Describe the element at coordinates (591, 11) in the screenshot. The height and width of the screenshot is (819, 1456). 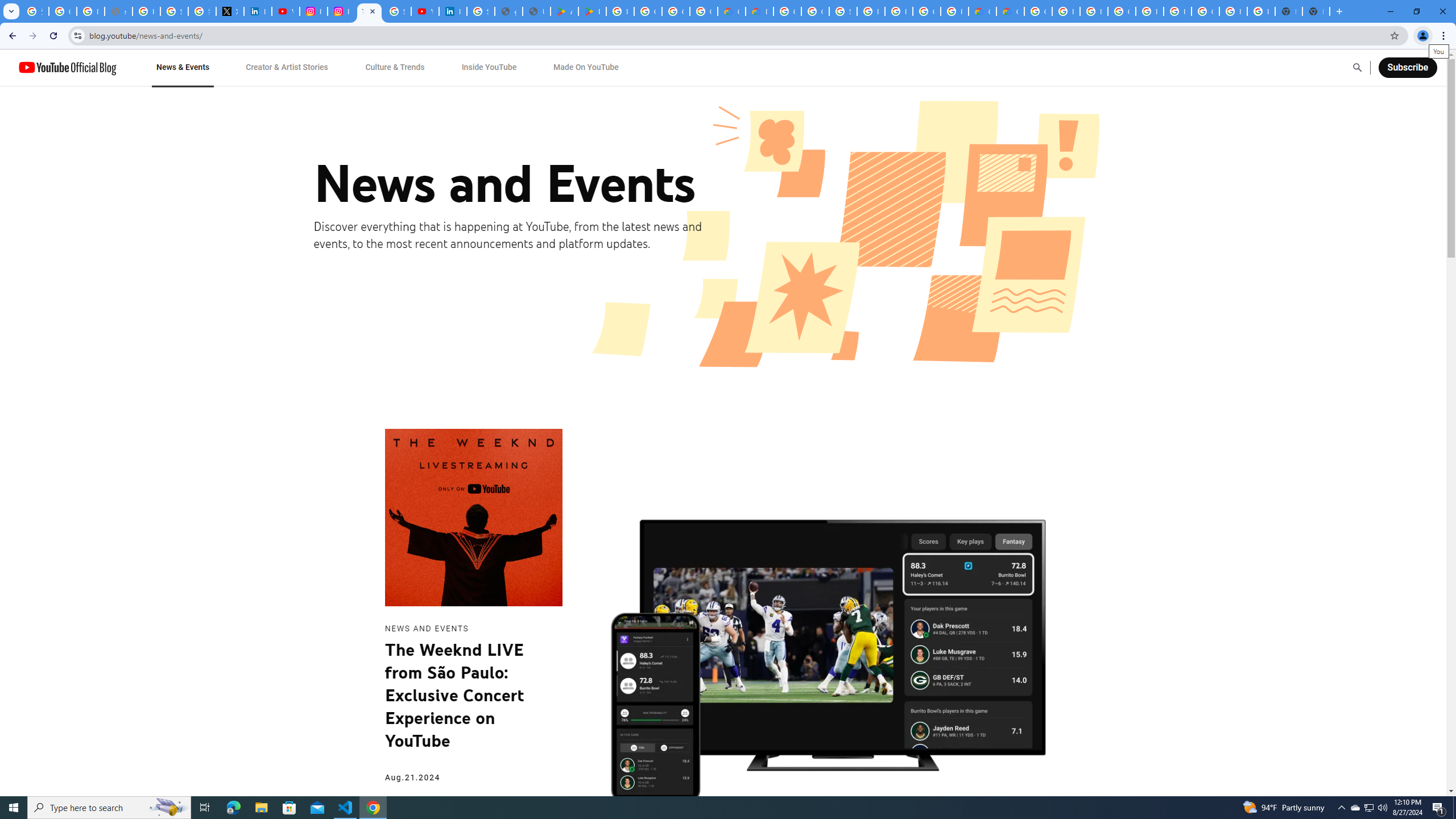
I see `'PAW Patrol Rescue World - Apps on Google Play'` at that location.